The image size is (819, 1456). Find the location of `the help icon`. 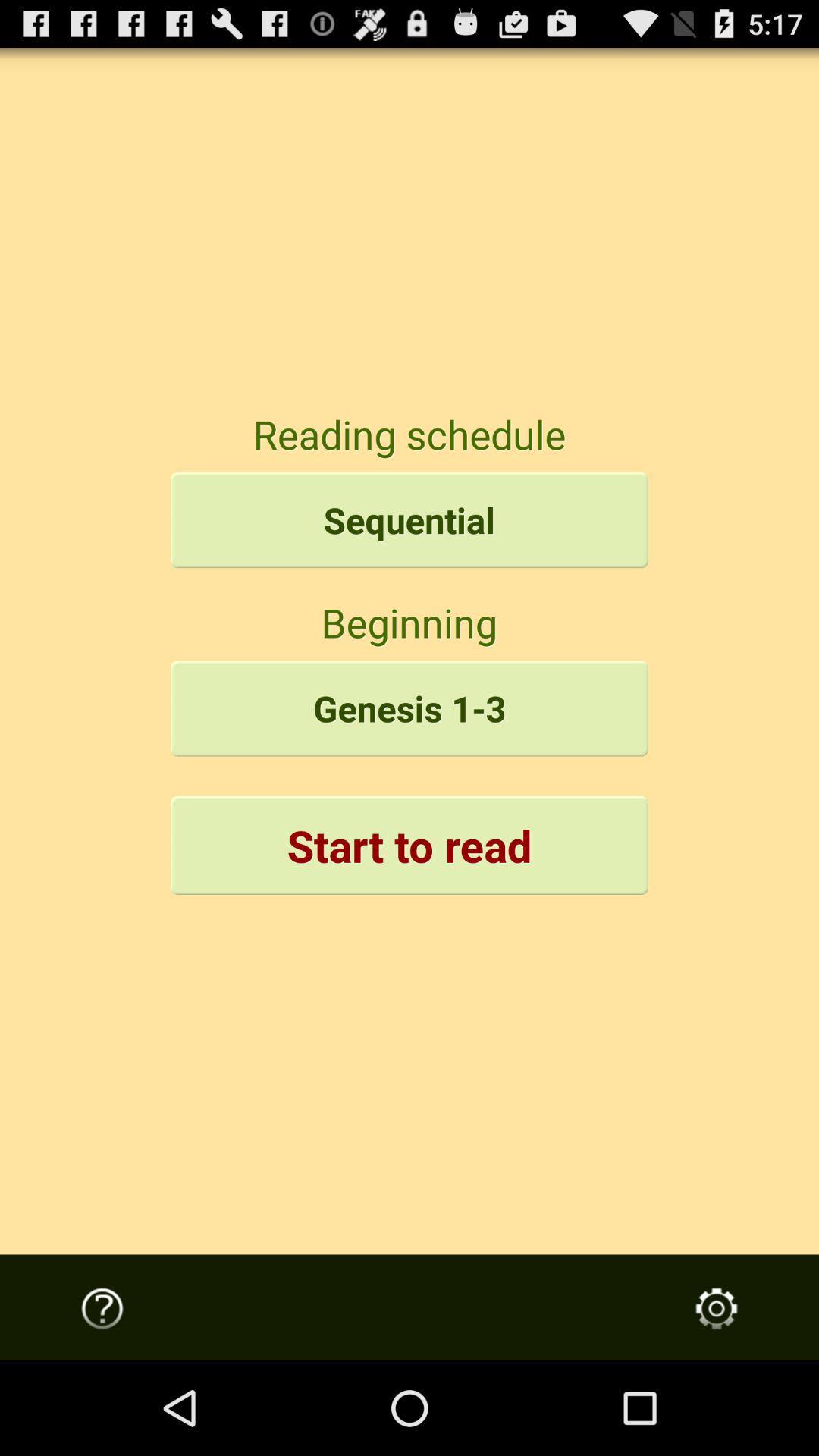

the help icon is located at coordinates (102, 1400).